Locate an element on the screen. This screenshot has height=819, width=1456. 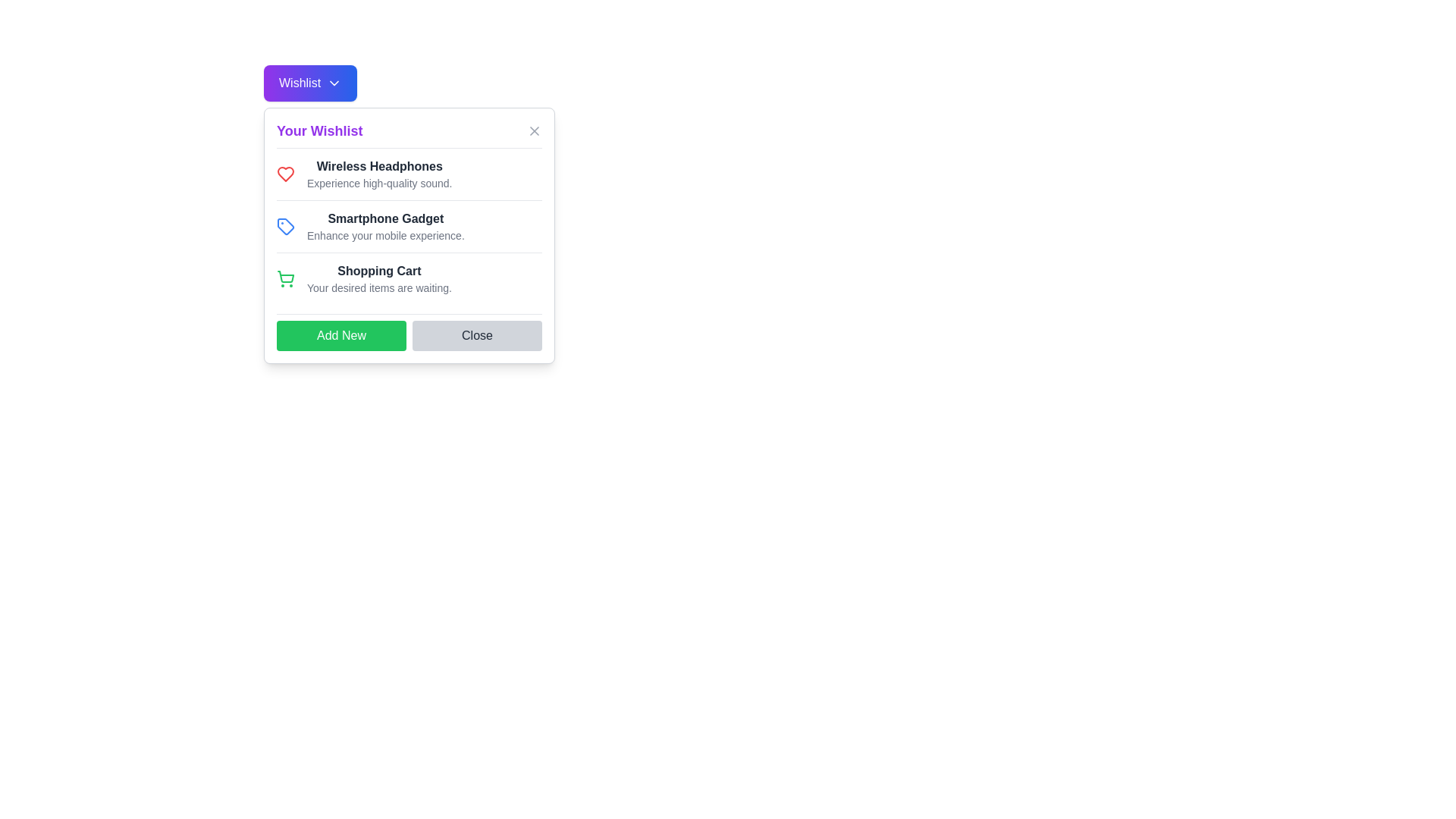
the blue tag icon located to the left of the text 'Smartphone Gadget' in the wishlist interface is located at coordinates (286, 227).